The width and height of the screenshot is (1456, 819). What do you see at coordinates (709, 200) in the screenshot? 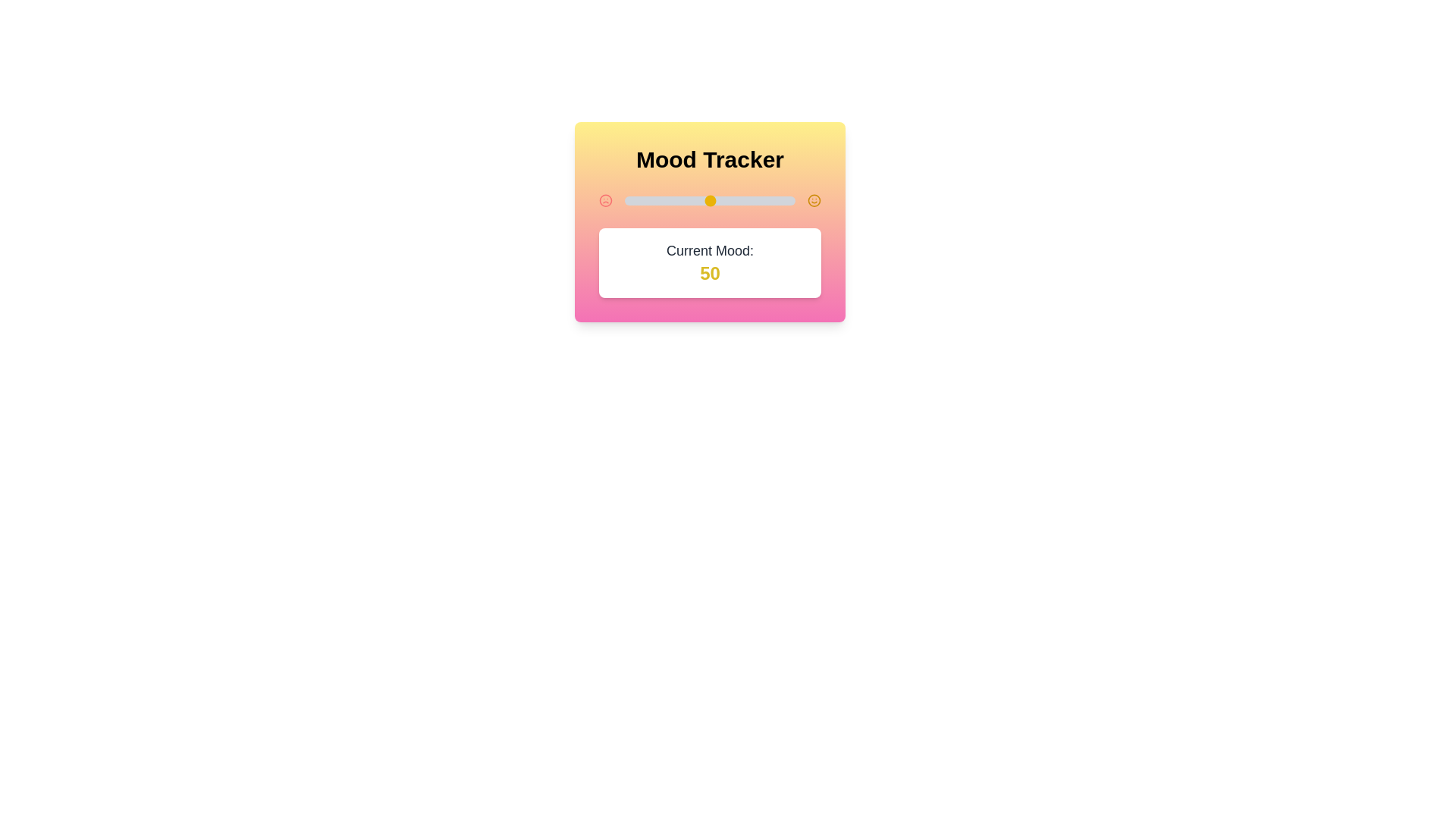
I see `the slider to set the mood value to 50` at bounding box center [709, 200].